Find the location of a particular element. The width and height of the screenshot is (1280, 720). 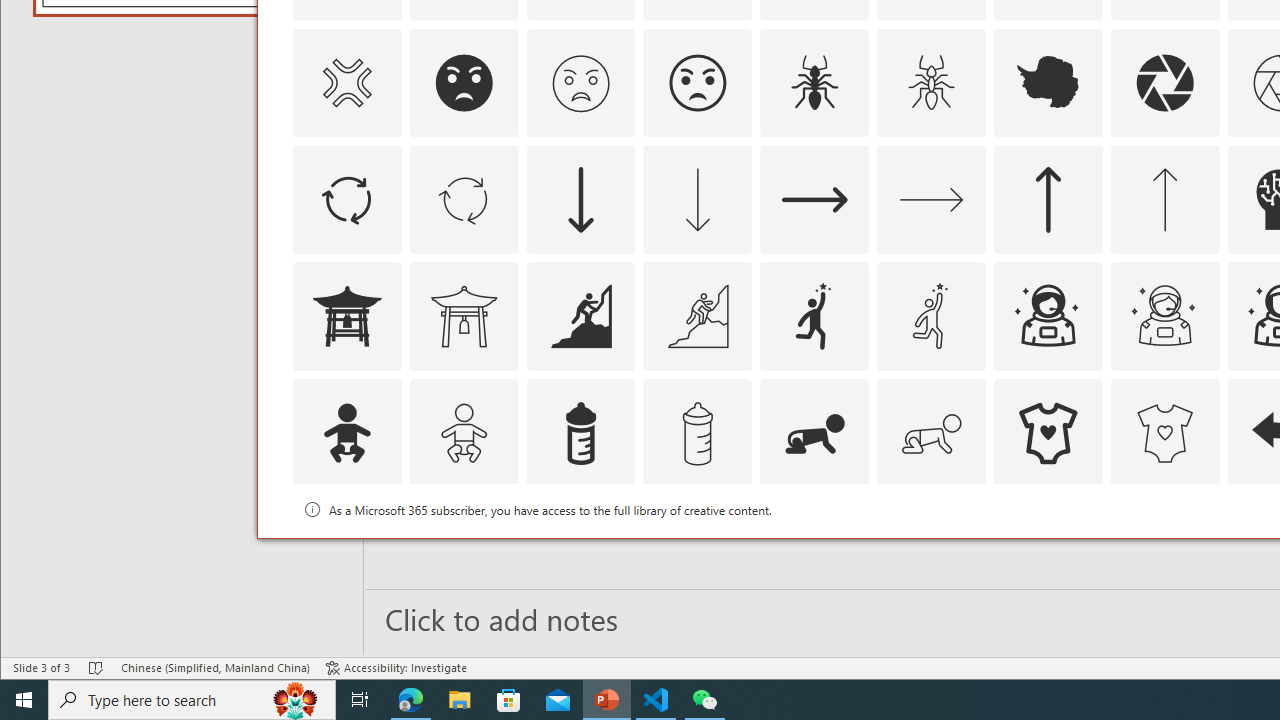

'Accessibility Checker Accessibility: Investigate' is located at coordinates (396, 668).